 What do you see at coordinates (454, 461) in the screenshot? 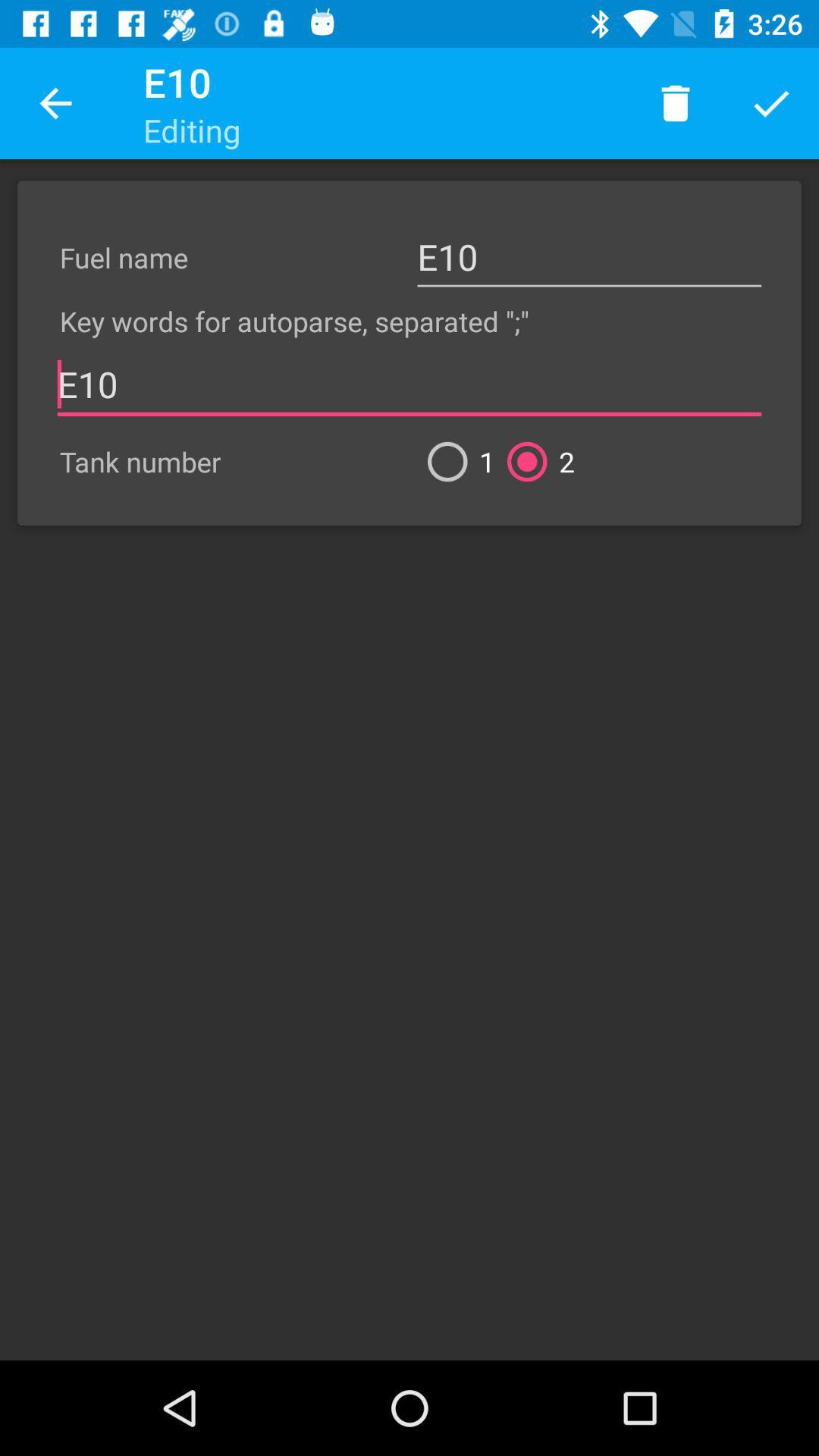
I see `1` at bounding box center [454, 461].